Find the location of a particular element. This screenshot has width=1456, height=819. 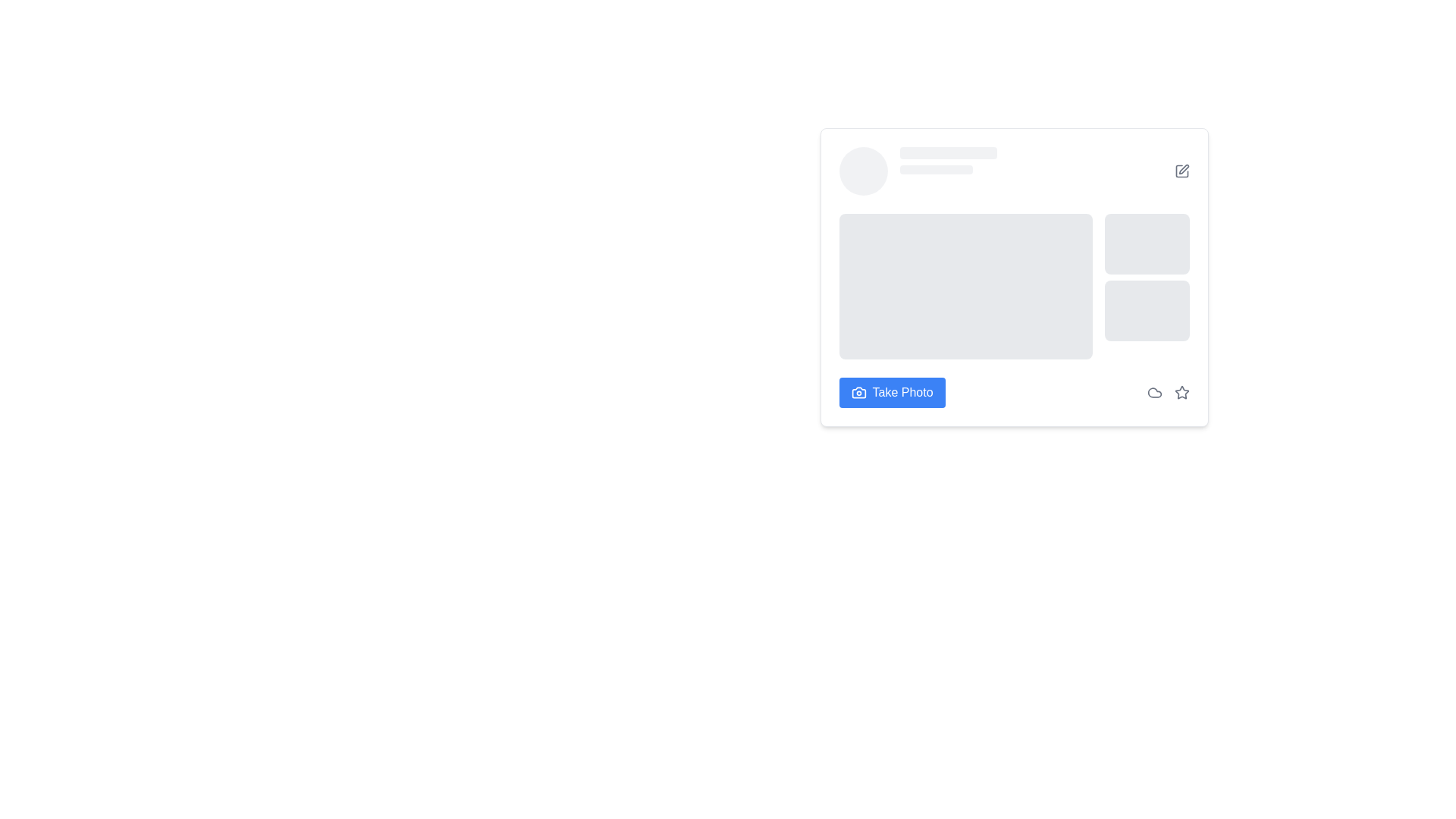

the cloud icon in the icon group located in the bottom right corner of the interface is located at coordinates (1167, 391).